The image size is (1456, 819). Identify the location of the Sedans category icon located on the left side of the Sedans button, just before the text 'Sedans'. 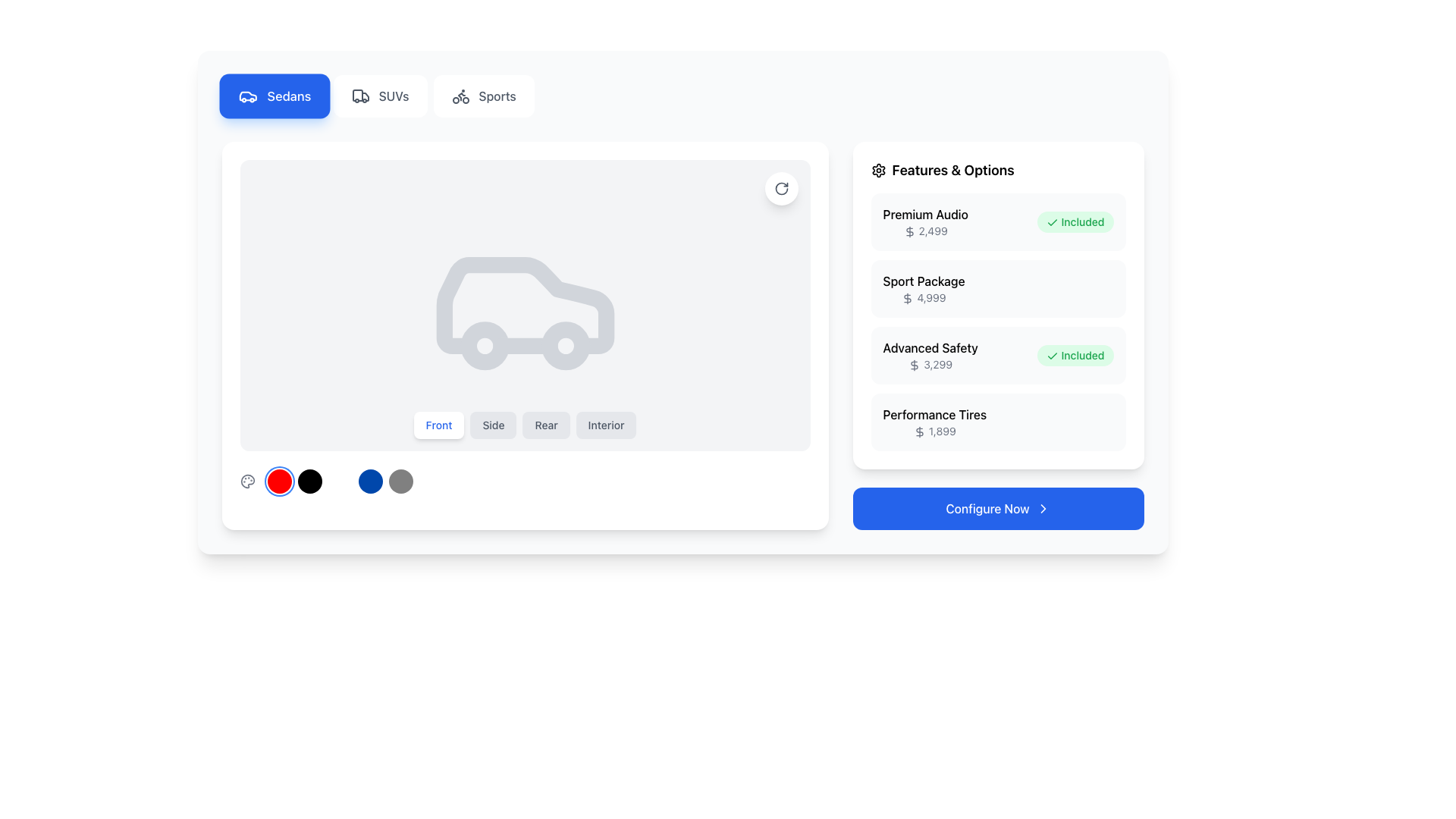
(247, 96).